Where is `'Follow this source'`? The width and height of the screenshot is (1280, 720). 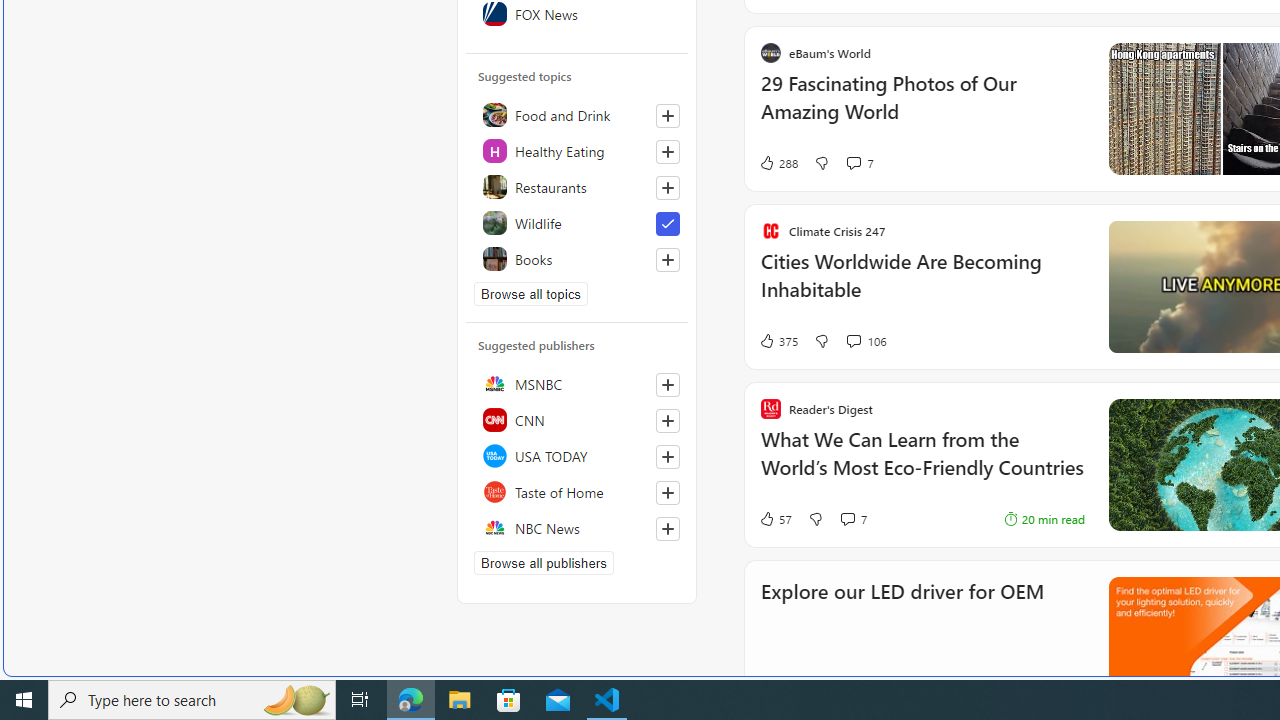 'Follow this source' is located at coordinates (667, 527).